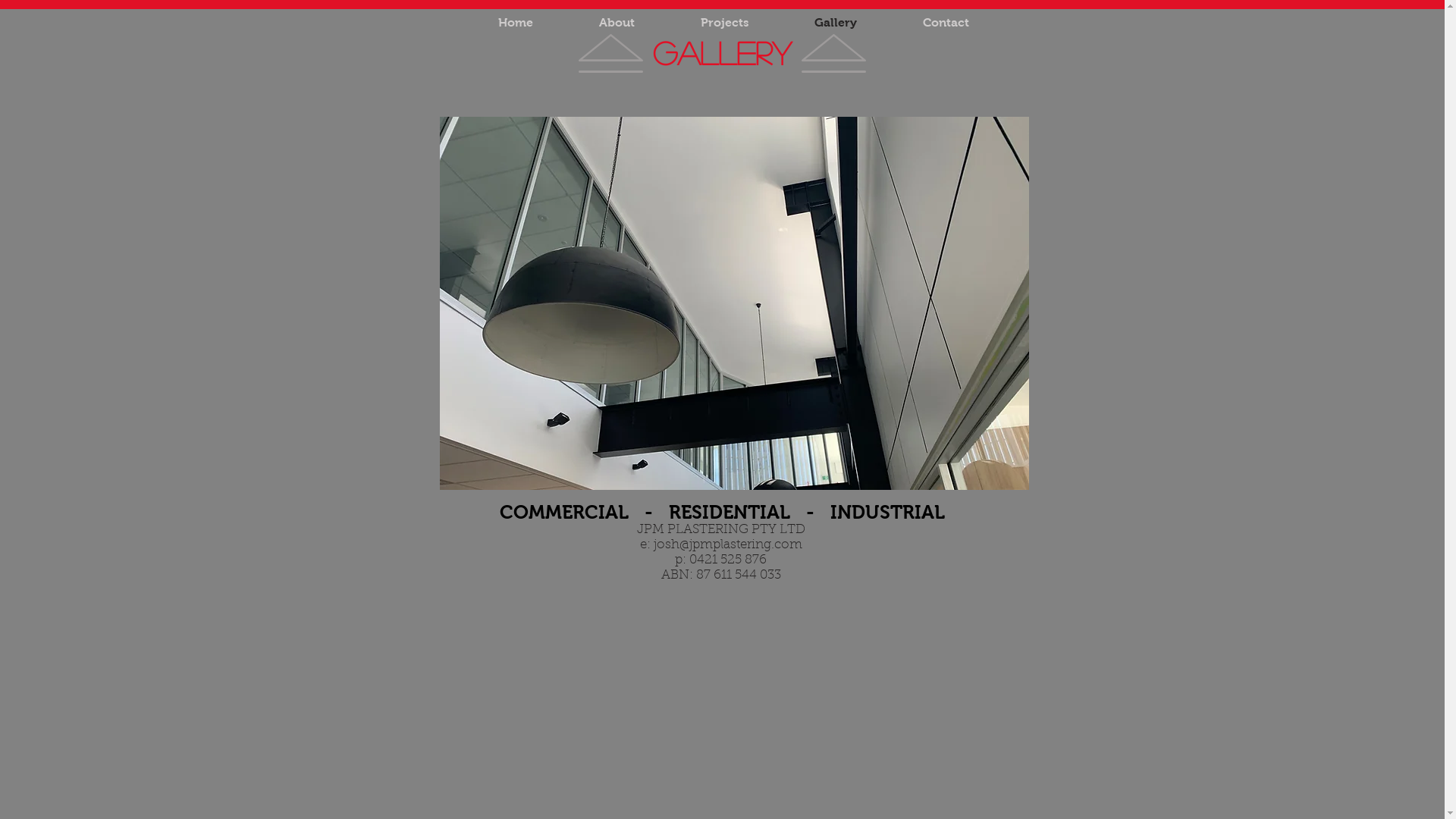  What do you see at coordinates (728, 544) in the screenshot?
I see `'josh@jpmplastering.com'` at bounding box center [728, 544].